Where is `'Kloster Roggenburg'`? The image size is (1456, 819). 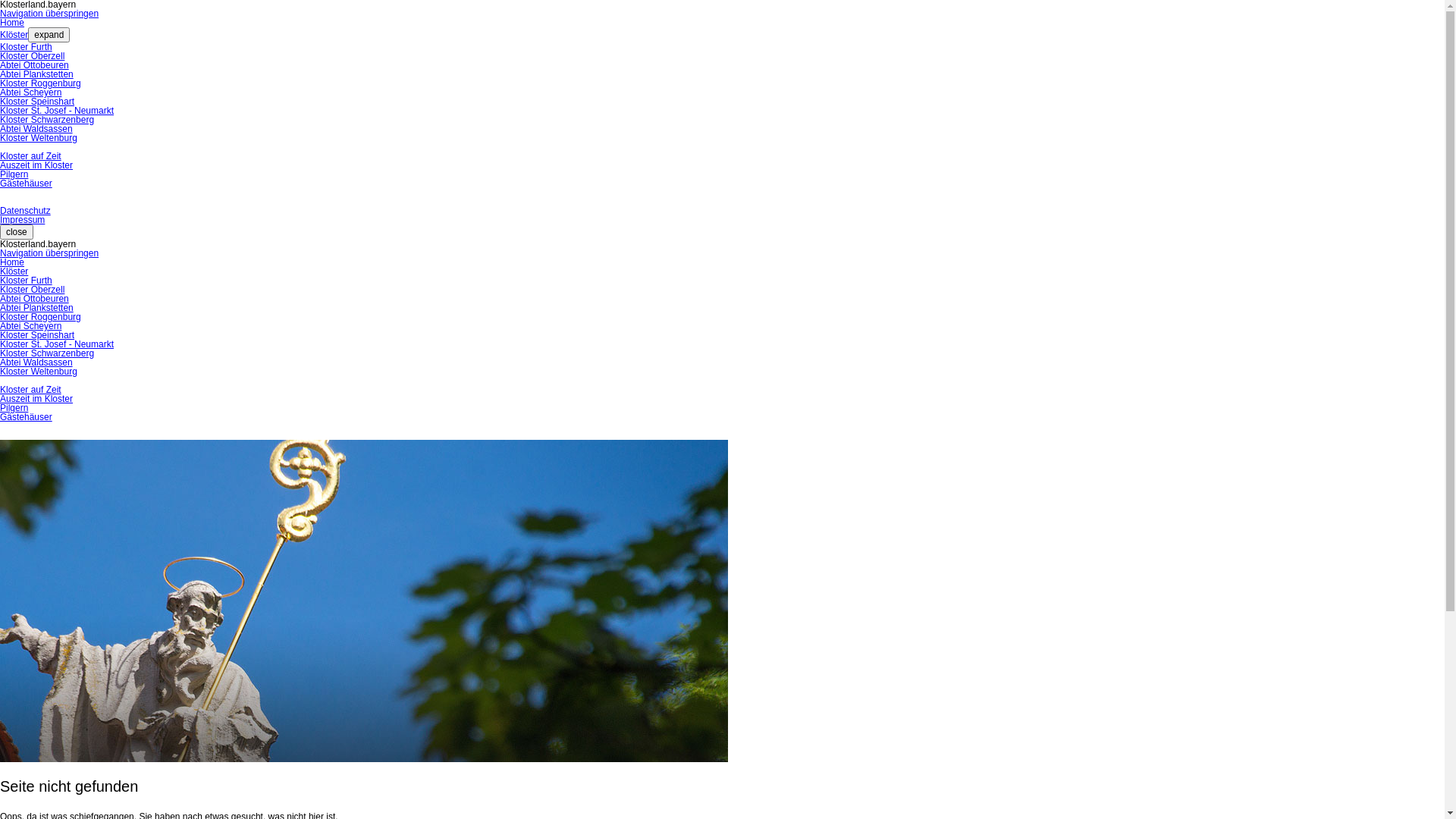
'Kloster Roggenburg' is located at coordinates (0, 315).